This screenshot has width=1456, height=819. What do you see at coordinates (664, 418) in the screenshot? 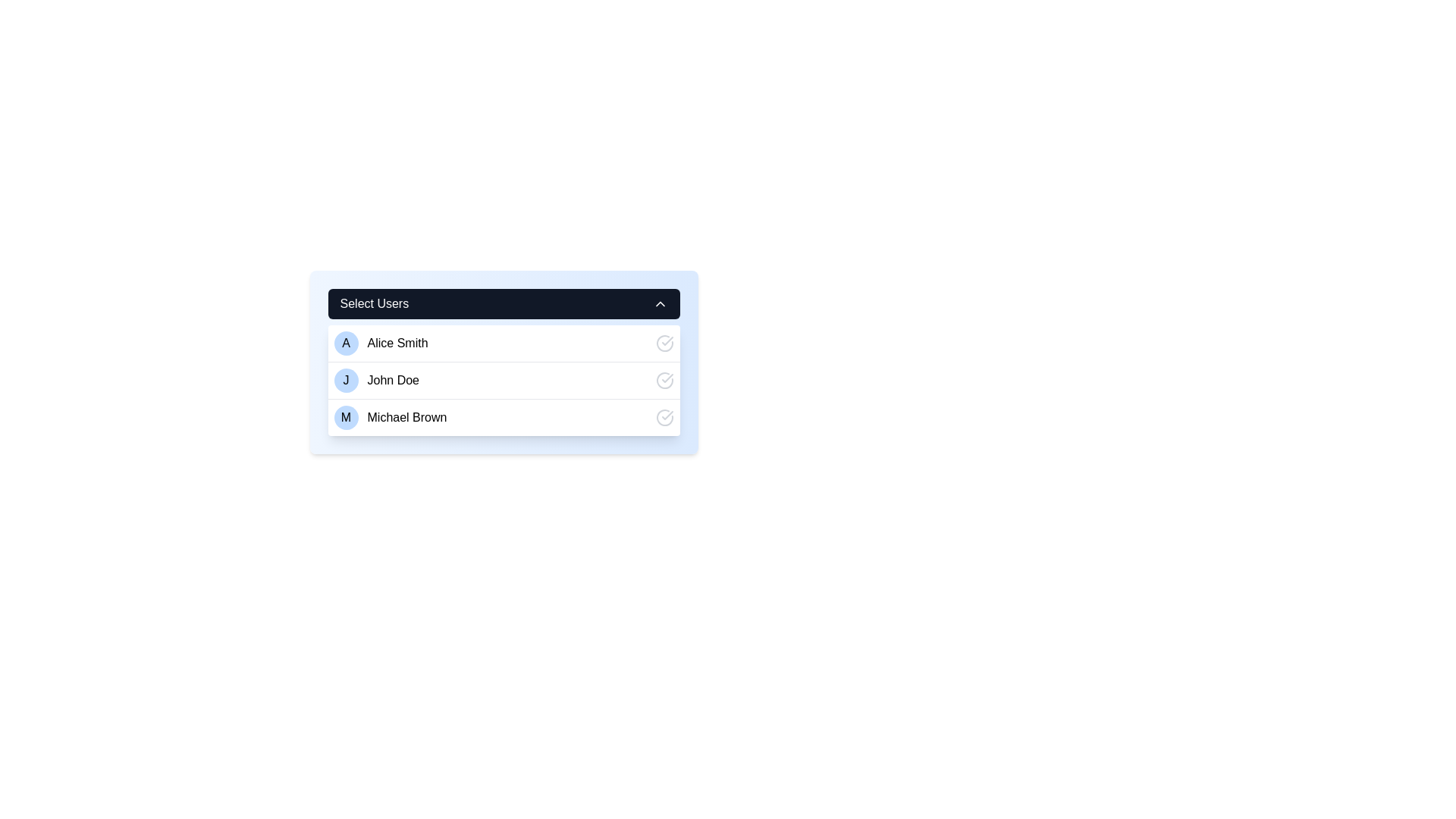
I see `the SVG Icon that serves as a status indicator for the 'Michael Brown' list item, located at the far right of the corresponding text` at bounding box center [664, 418].